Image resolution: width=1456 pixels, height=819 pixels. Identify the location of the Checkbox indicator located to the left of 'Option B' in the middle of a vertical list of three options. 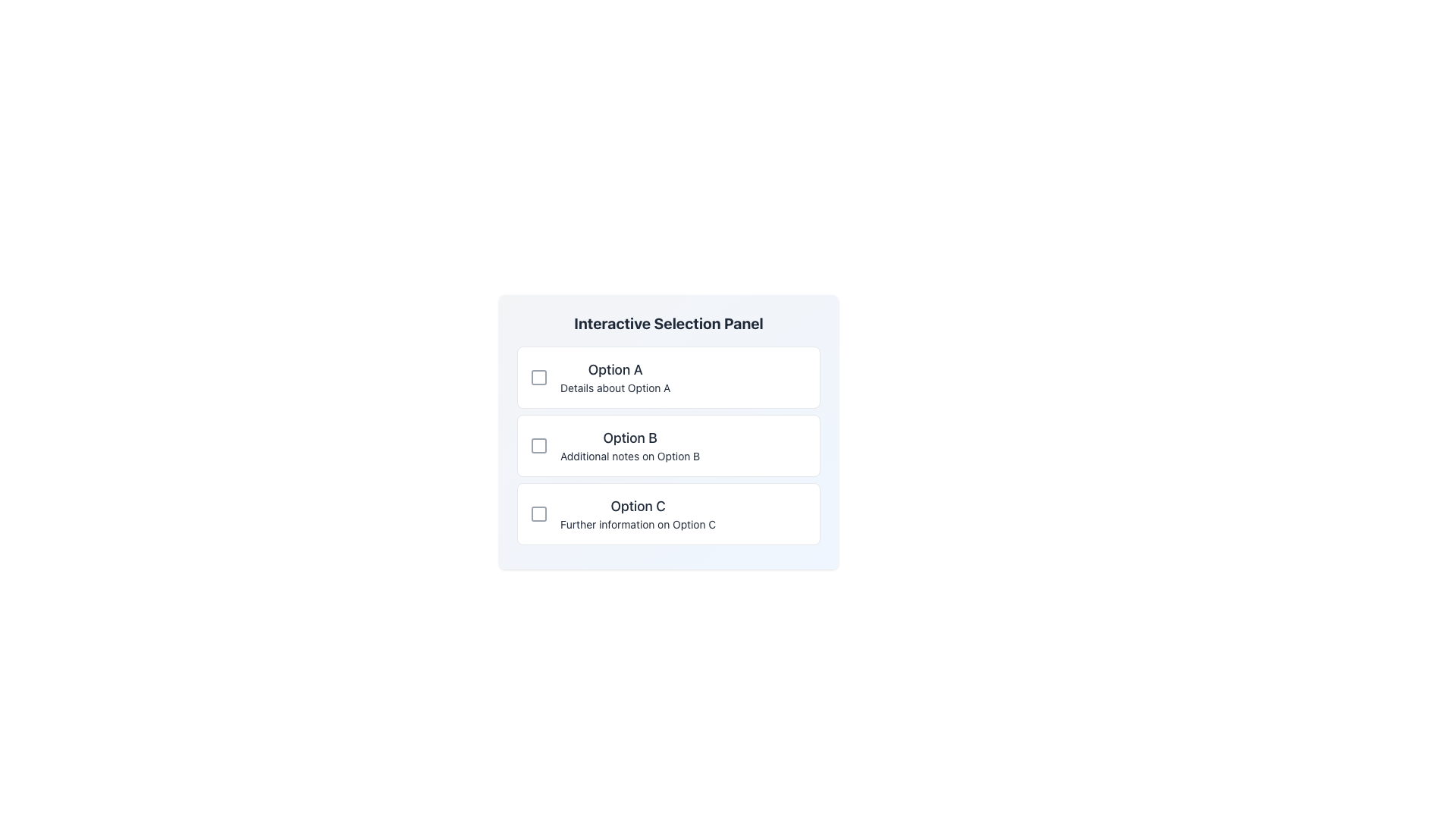
(538, 444).